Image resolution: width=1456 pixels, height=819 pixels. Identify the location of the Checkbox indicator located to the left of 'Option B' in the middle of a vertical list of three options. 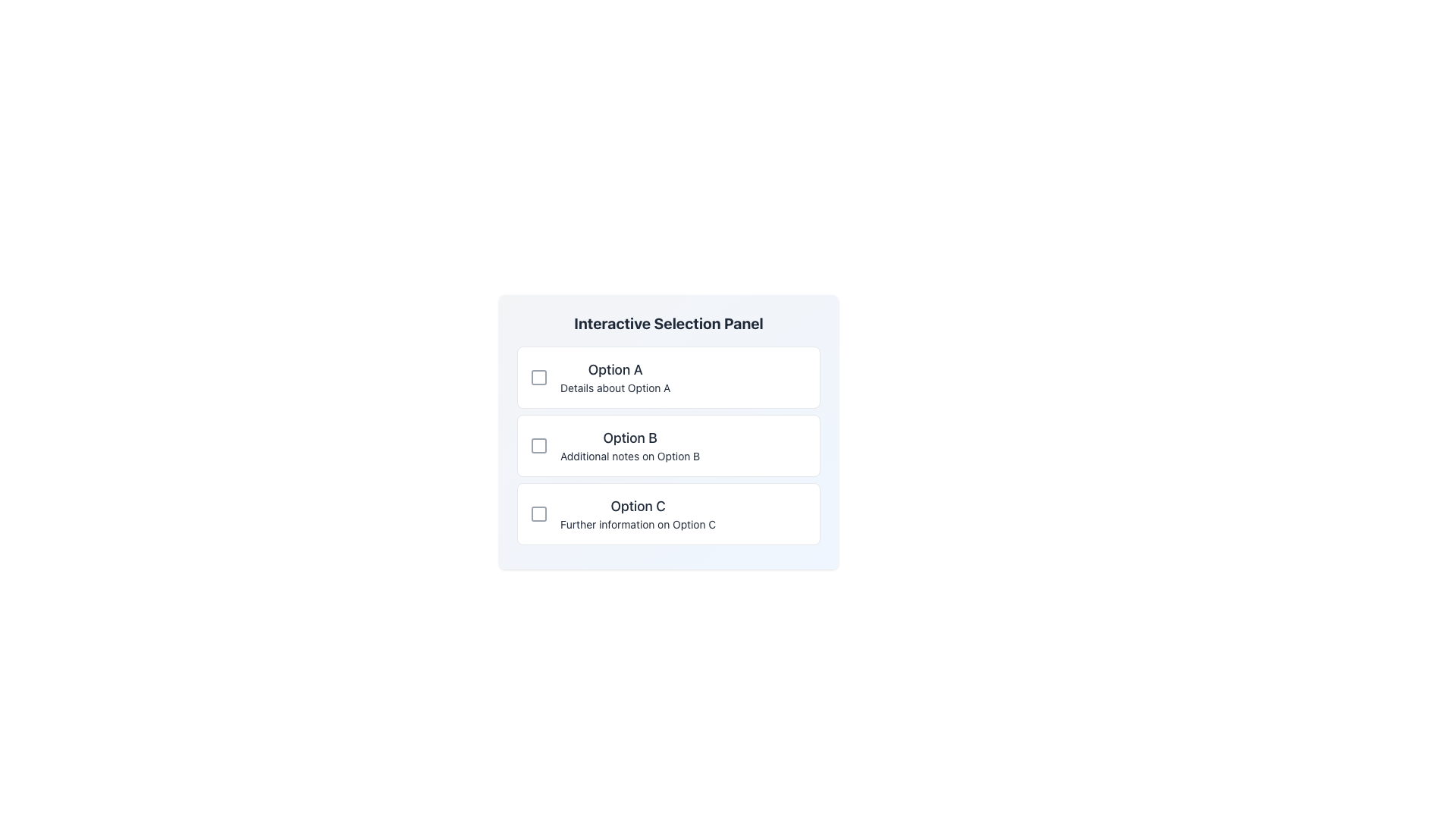
(538, 444).